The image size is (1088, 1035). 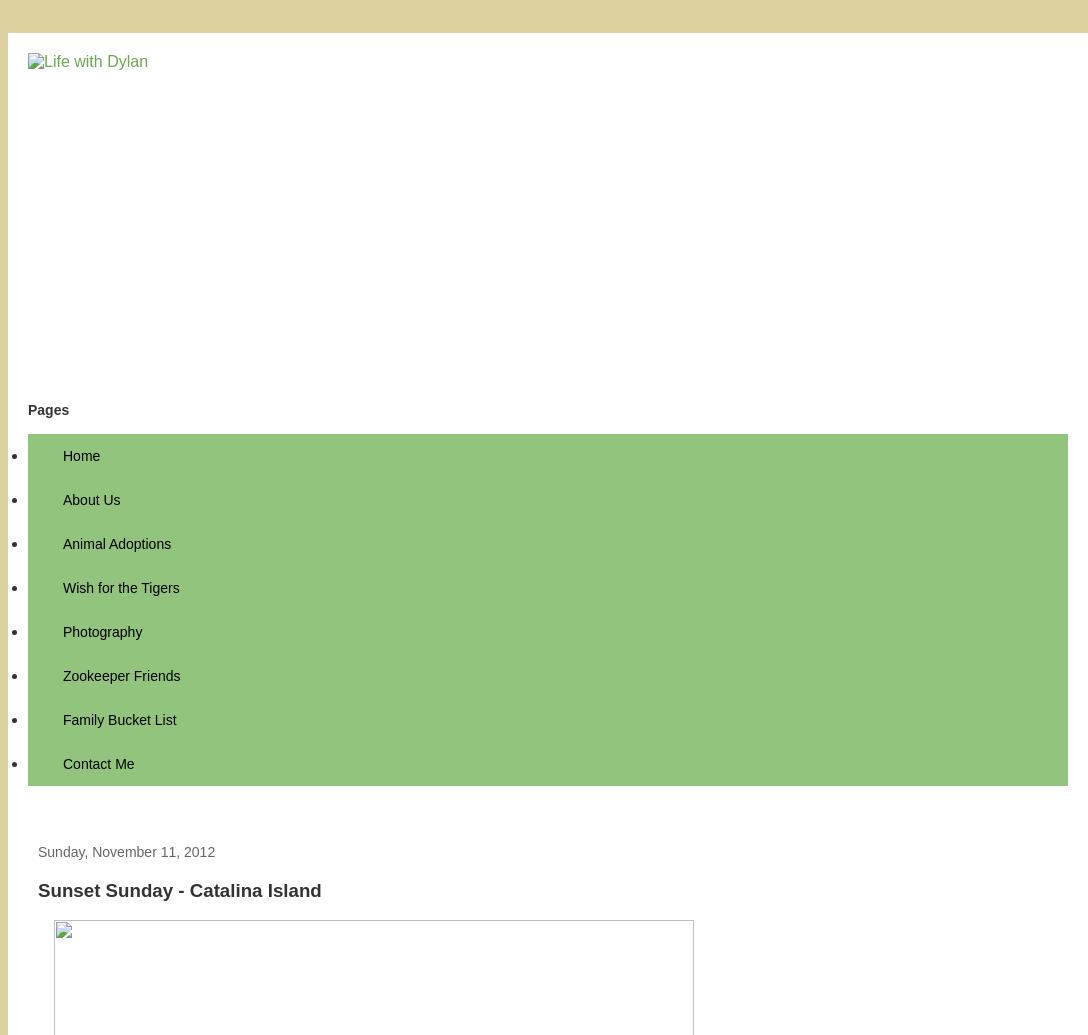 I want to click on 'Home', so click(x=81, y=456).